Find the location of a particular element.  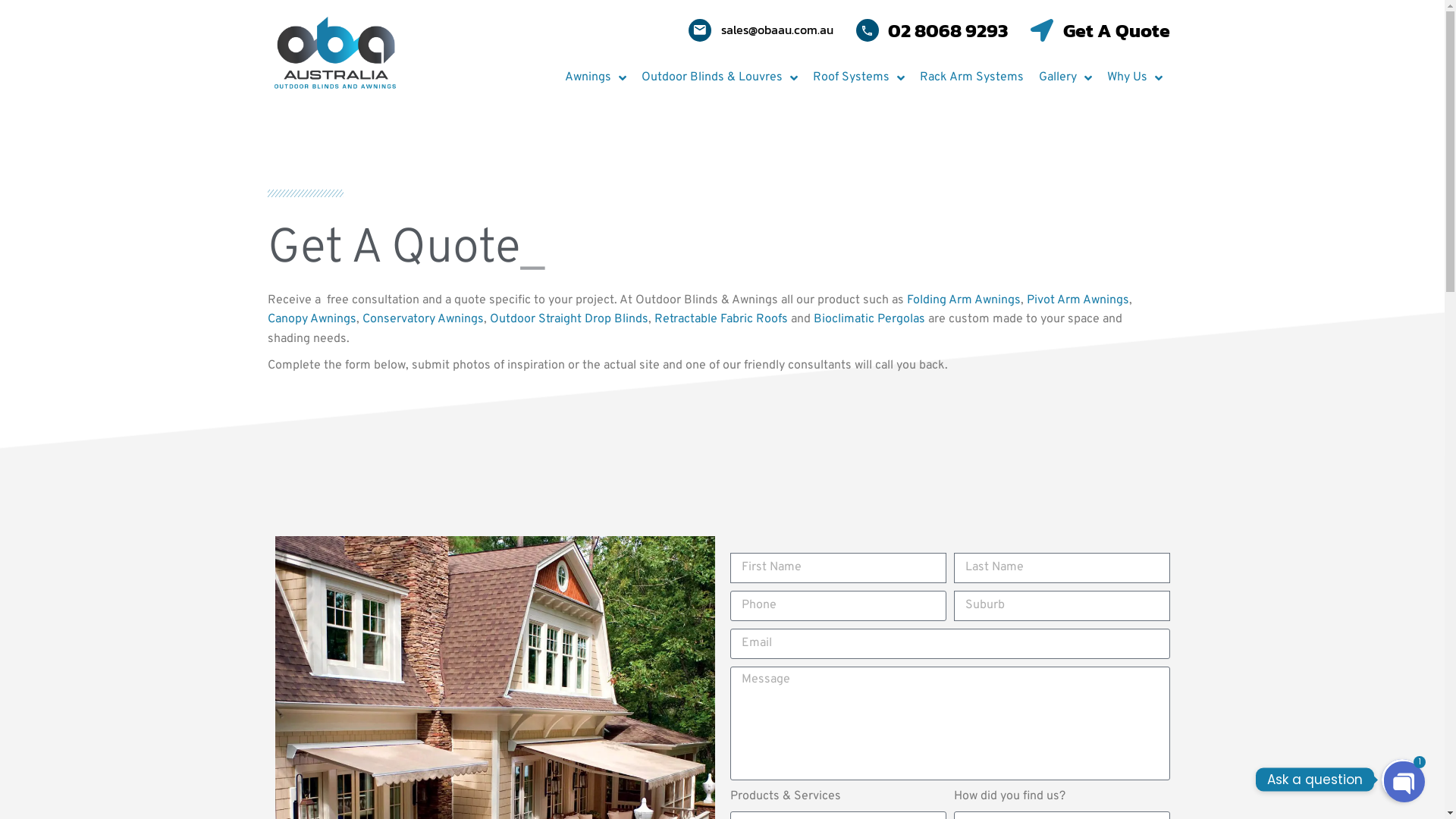

'02 8068 9293' is located at coordinates (930, 30).